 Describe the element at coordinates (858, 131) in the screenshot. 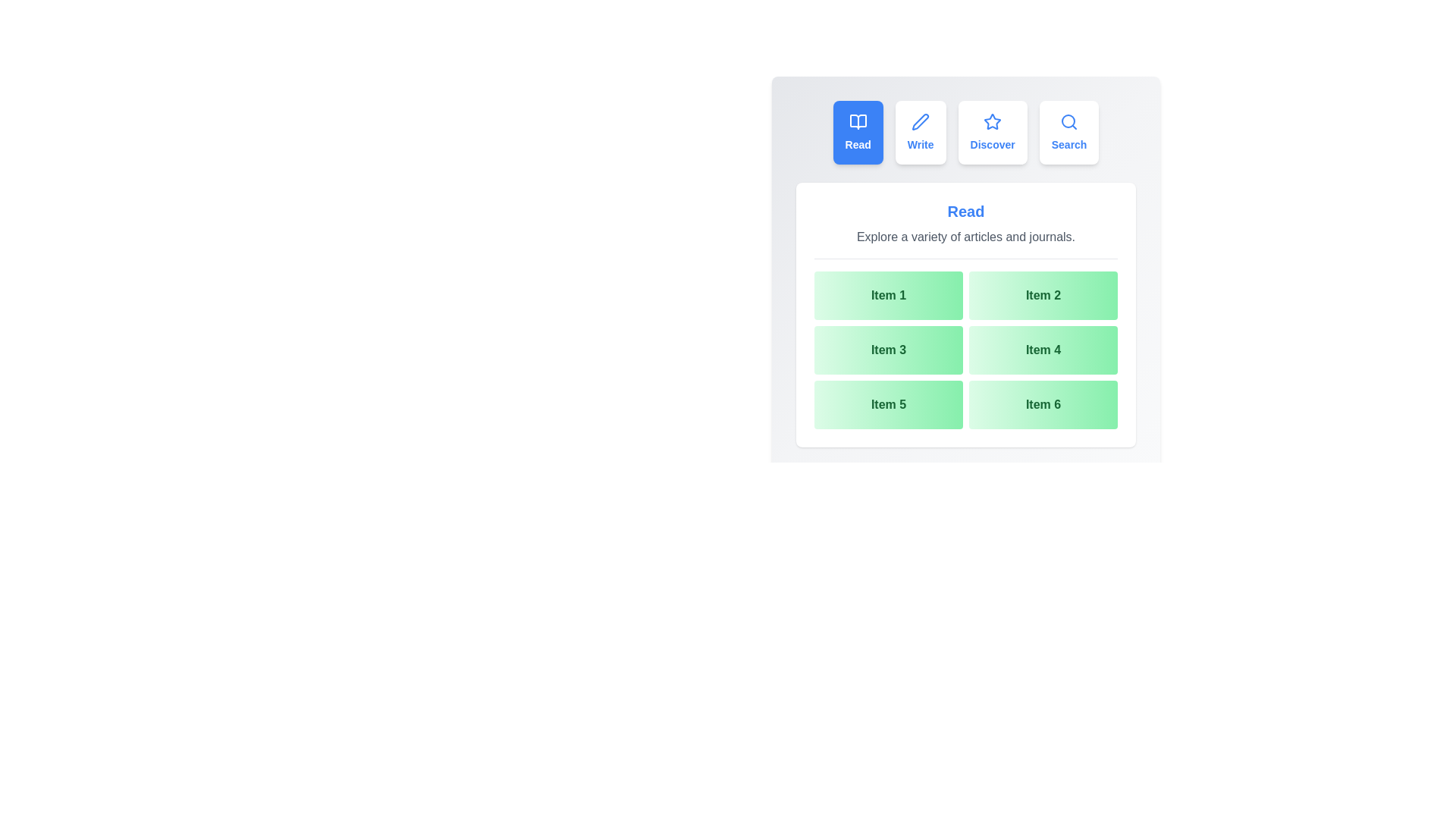

I see `the Read tab by clicking on it` at that location.